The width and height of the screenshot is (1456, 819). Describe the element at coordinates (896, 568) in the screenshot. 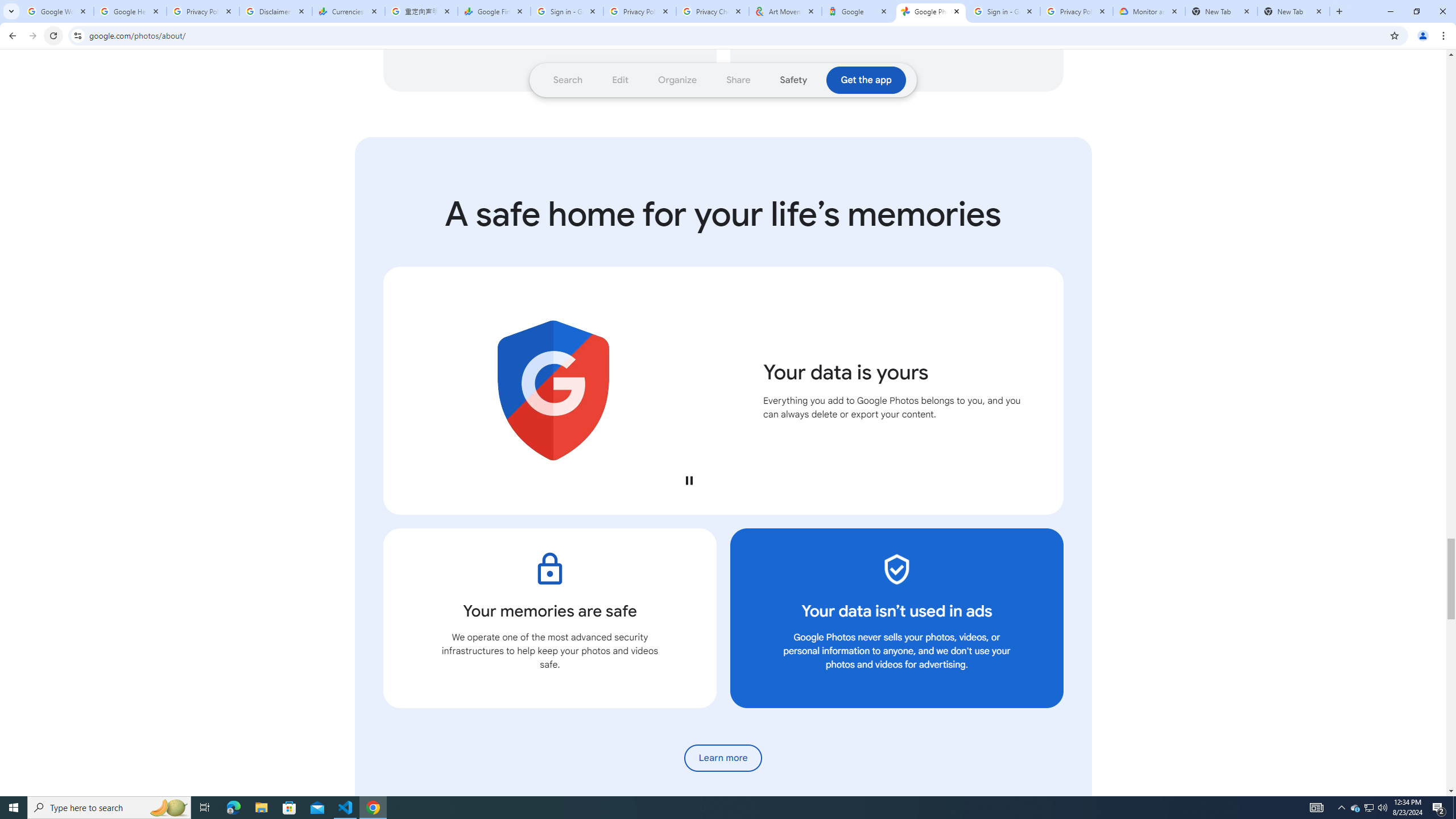

I see `'A checkmark icon.'` at that location.